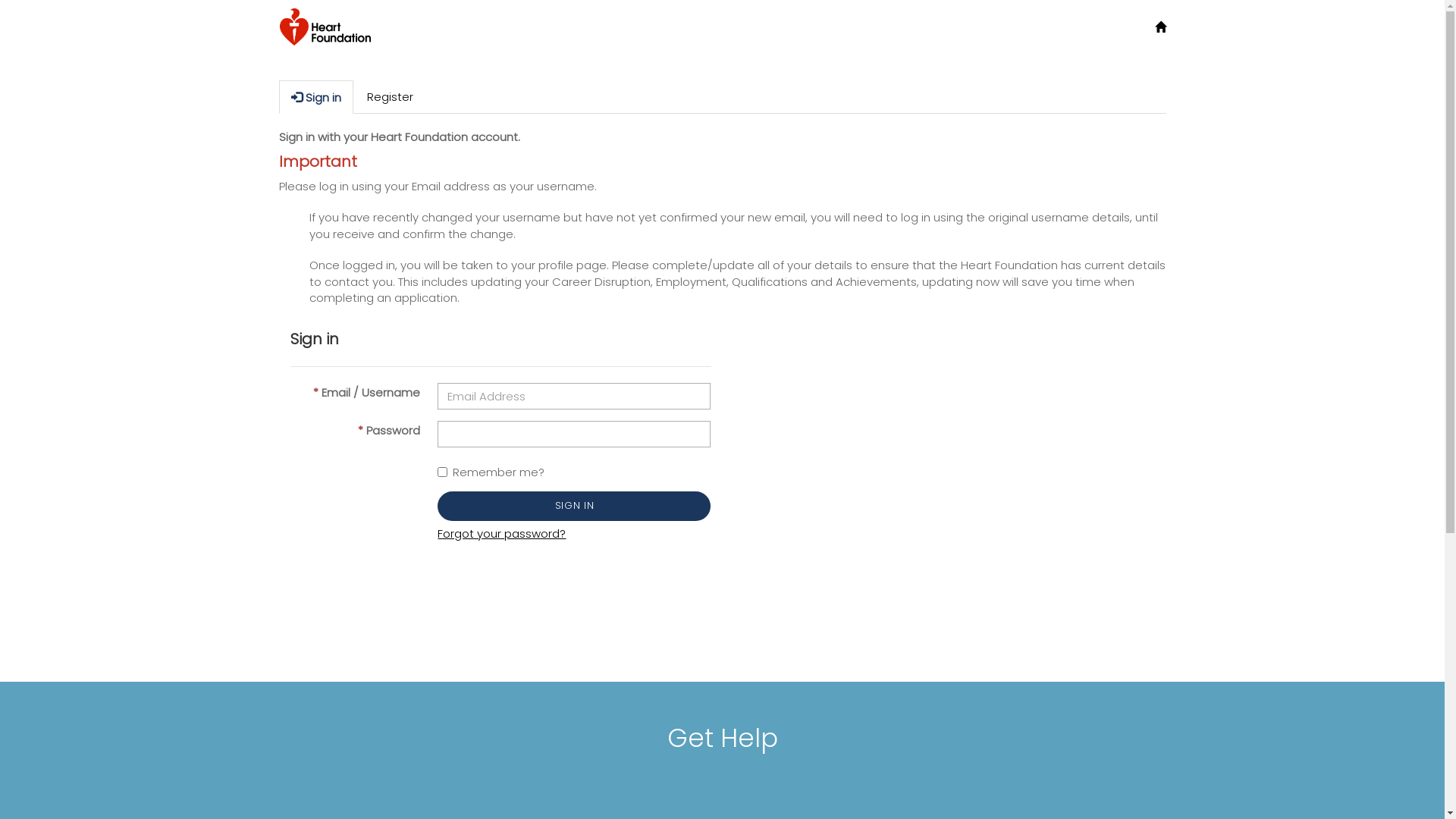 This screenshot has width=1456, height=819. I want to click on 'Sign in', so click(315, 96).